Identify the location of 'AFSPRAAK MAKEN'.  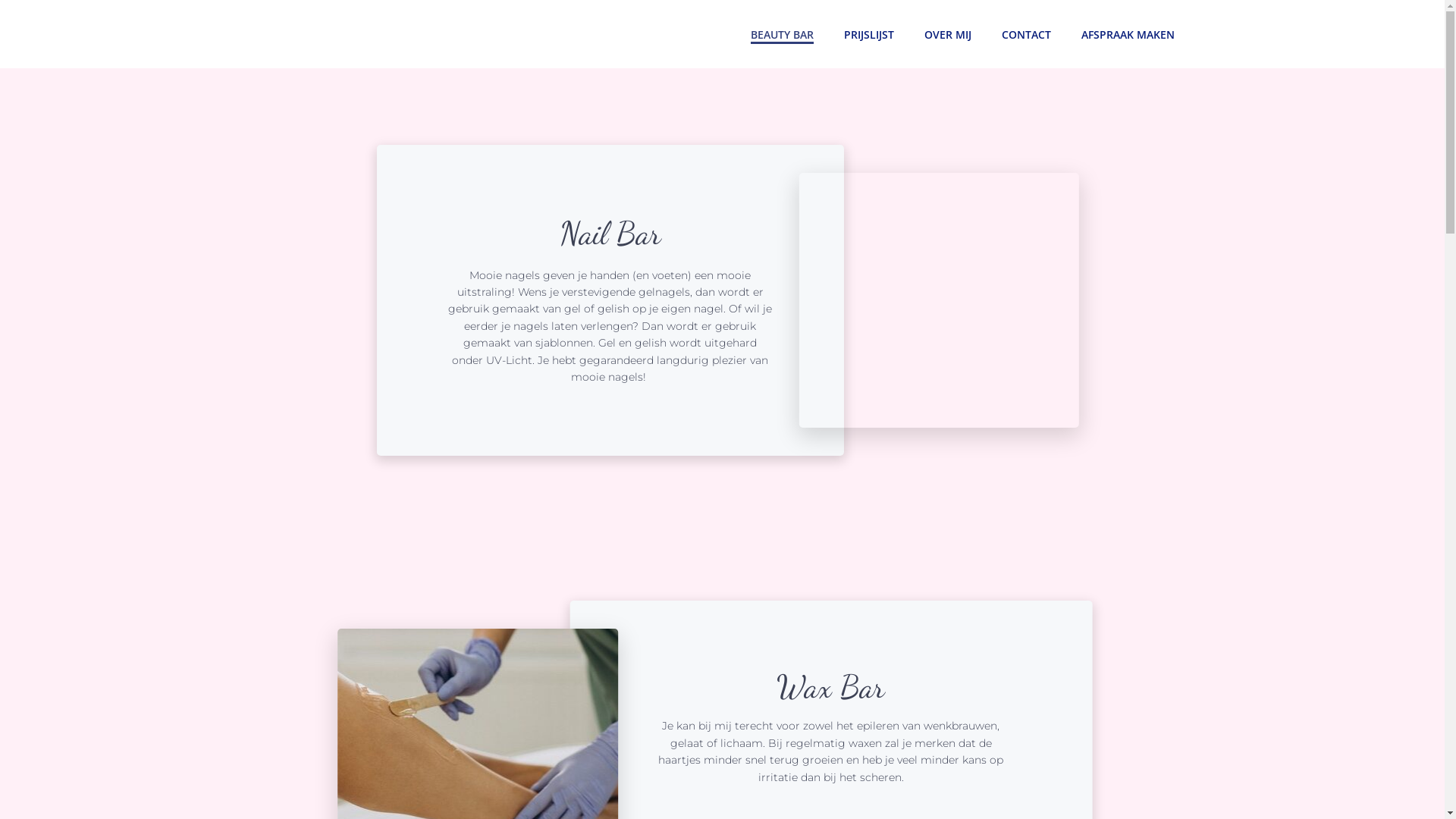
(1128, 33).